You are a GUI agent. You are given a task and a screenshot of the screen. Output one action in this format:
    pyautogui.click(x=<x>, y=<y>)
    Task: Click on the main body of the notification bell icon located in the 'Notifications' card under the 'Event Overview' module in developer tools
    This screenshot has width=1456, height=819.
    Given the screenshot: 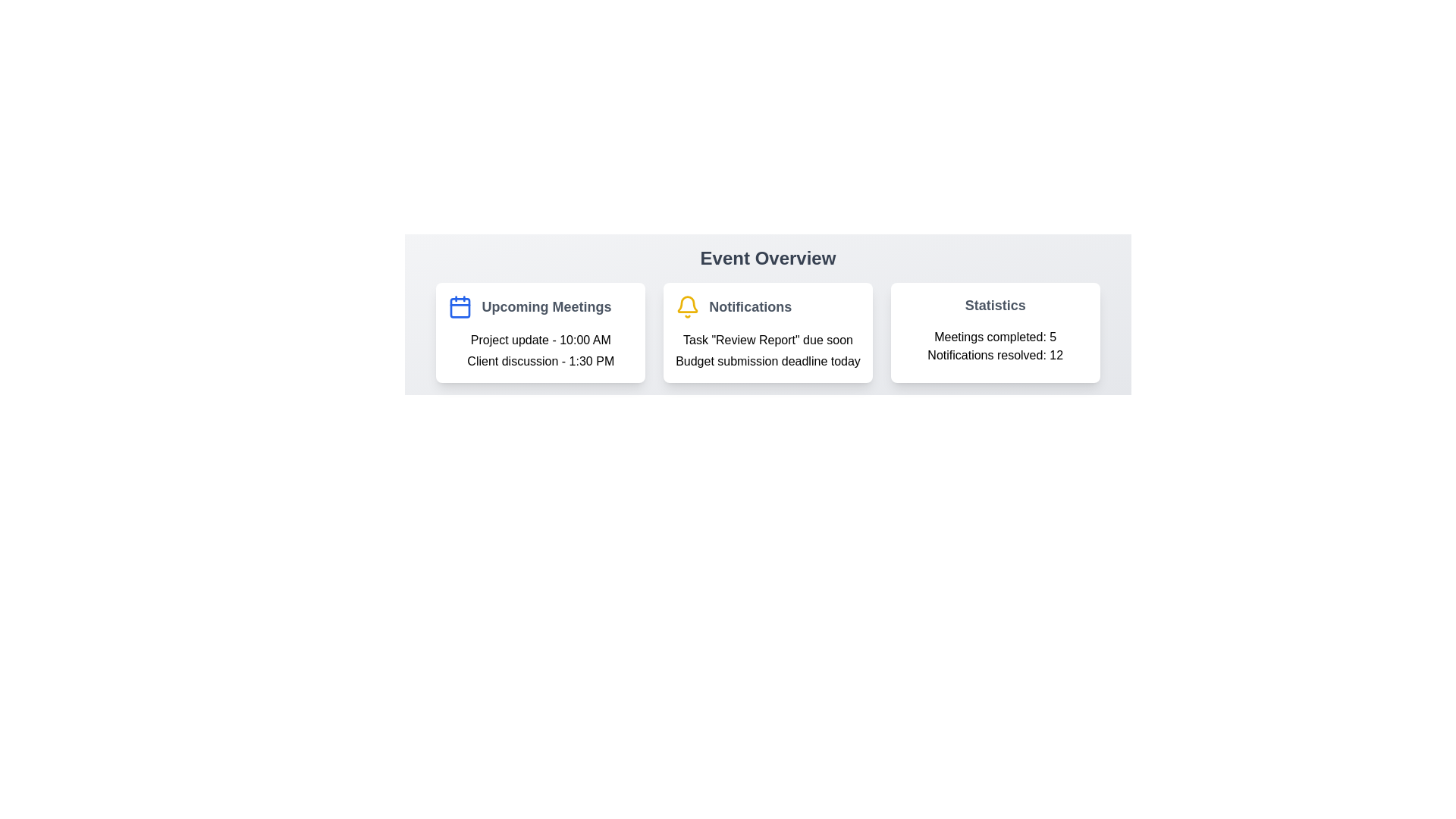 What is the action you would take?
    pyautogui.click(x=687, y=304)
    